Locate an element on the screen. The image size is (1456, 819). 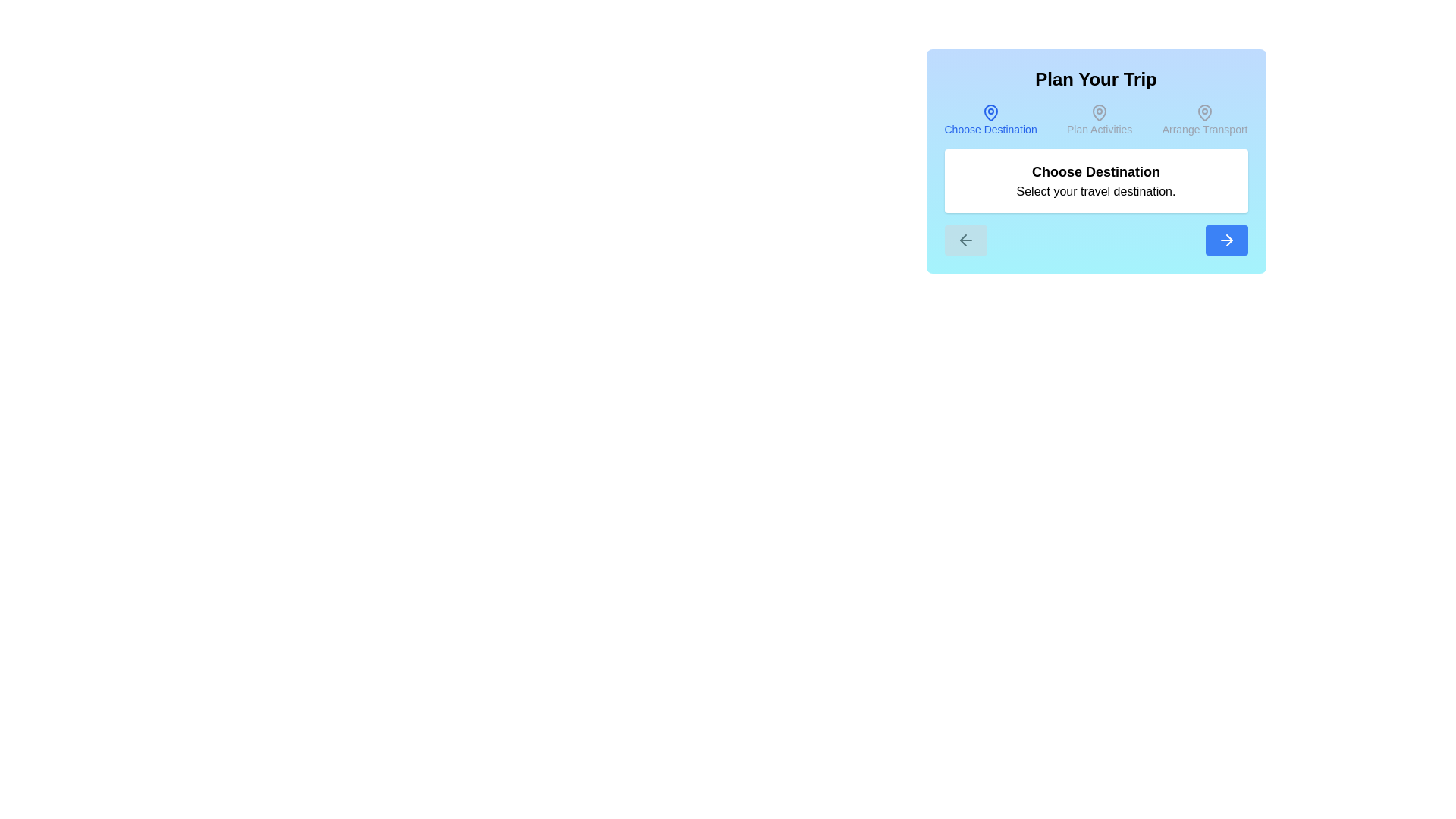
the step indicator corresponding to Plan Activities to view its state is located at coordinates (1100, 119).